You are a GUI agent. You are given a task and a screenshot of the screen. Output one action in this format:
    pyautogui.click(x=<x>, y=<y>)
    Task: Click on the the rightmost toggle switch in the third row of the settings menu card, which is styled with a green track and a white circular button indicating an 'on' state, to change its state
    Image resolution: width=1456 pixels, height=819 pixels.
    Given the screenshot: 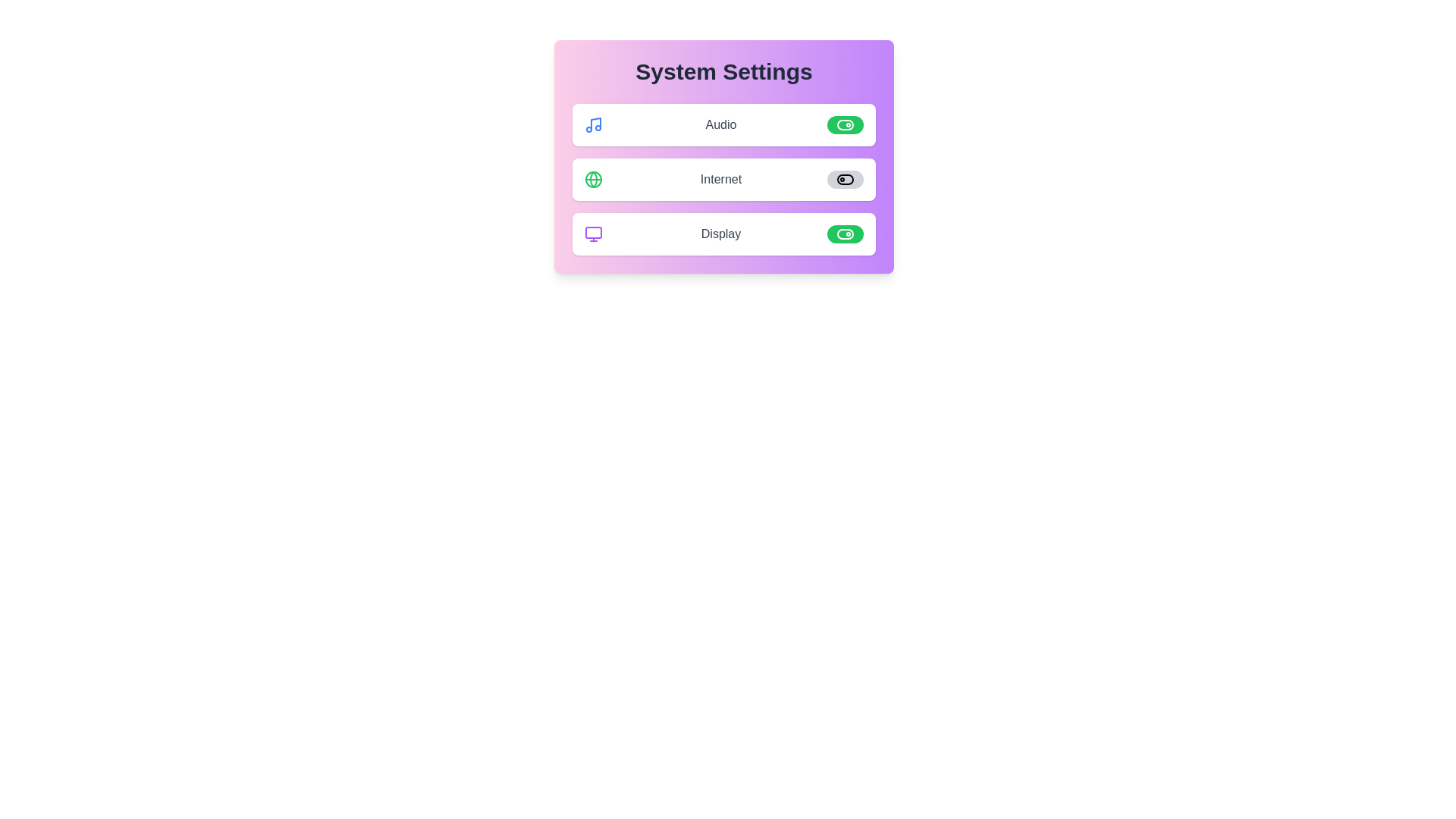 What is the action you would take?
    pyautogui.click(x=844, y=234)
    